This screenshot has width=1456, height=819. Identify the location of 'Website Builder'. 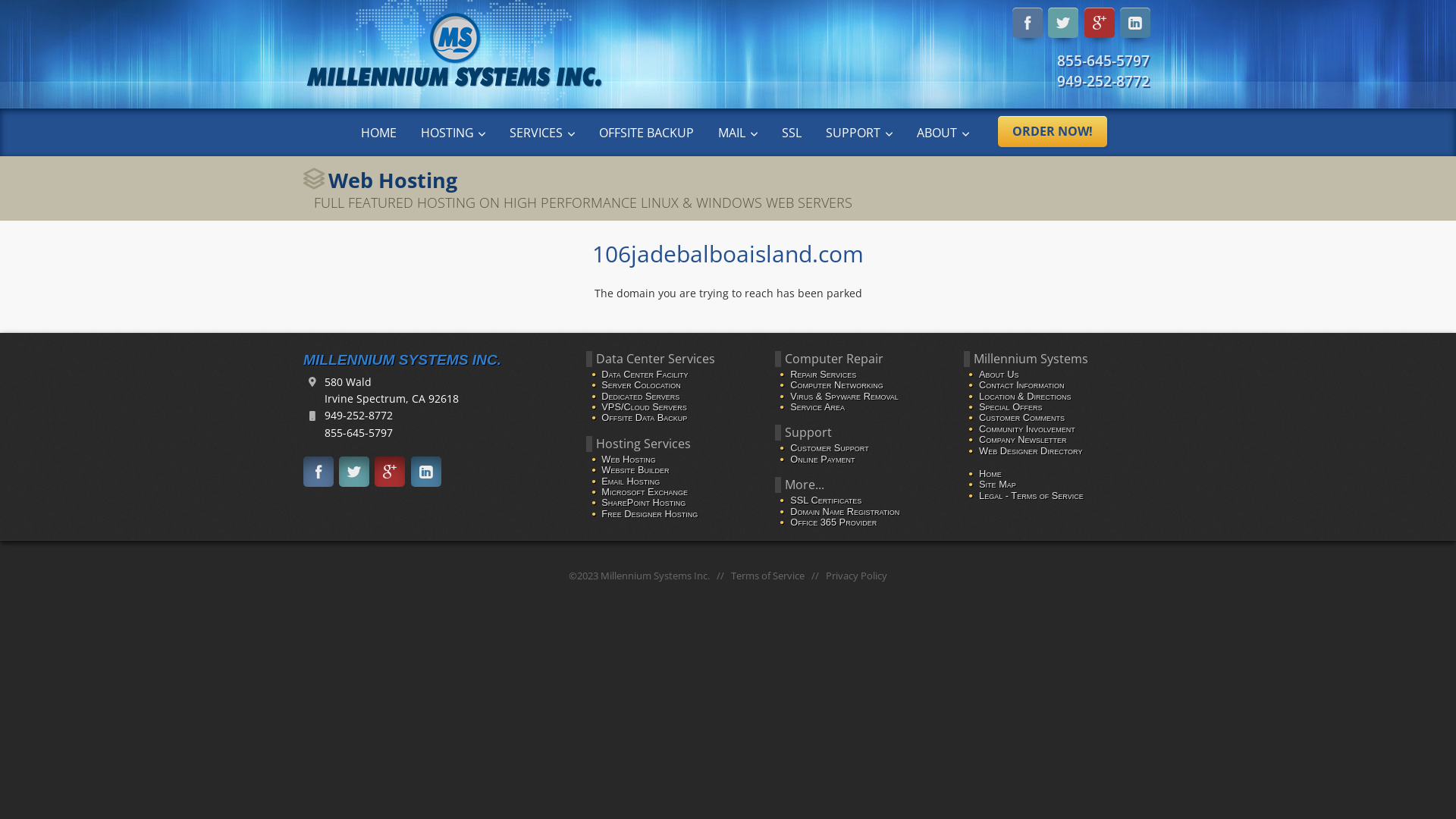
(635, 469).